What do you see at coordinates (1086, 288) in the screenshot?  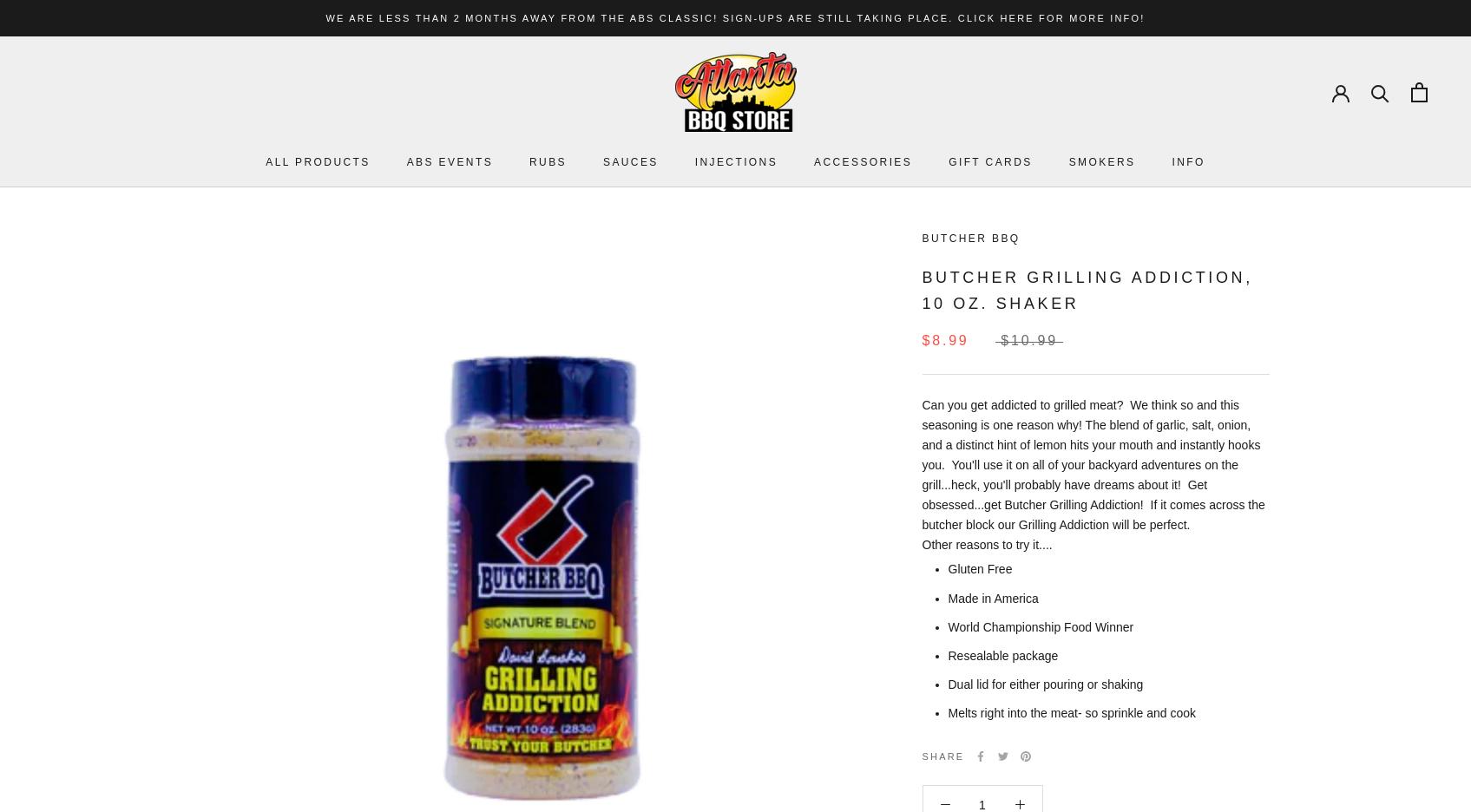 I see `'Butcher Grilling Addiction, 10 oz. shaker'` at bounding box center [1086, 288].